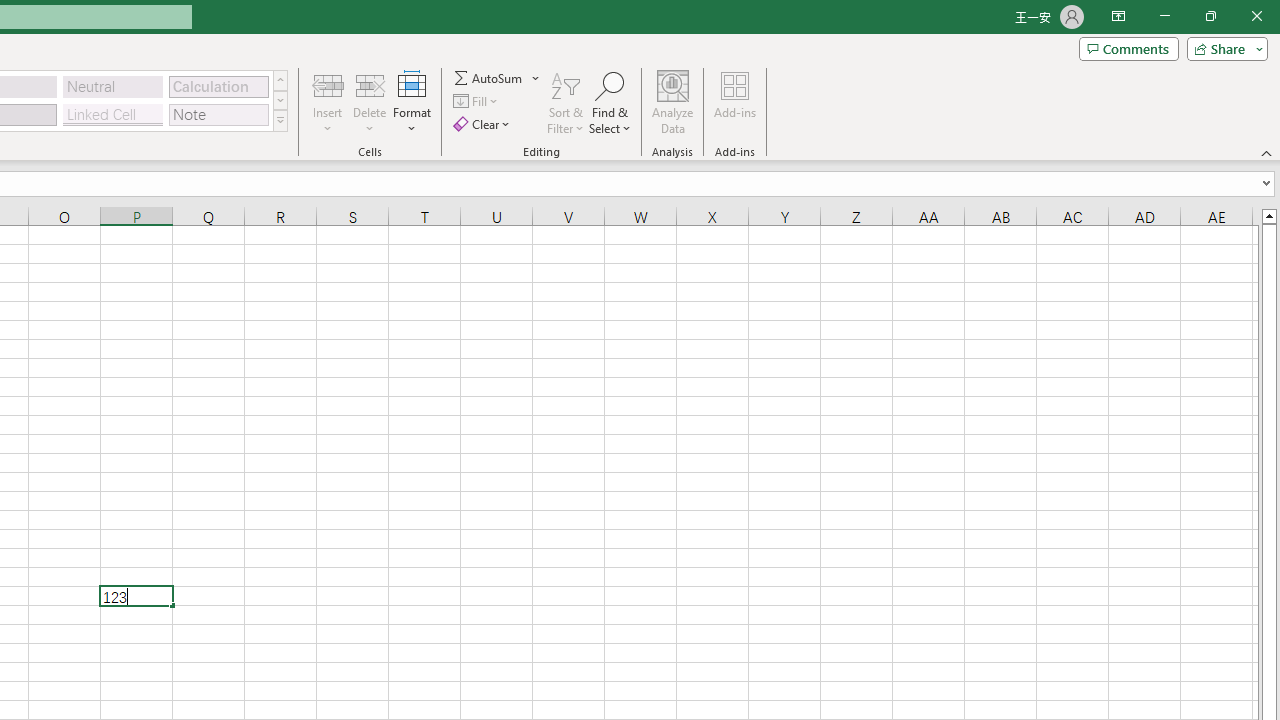 The width and height of the screenshot is (1280, 720). I want to click on 'AutoSum', so click(497, 77).